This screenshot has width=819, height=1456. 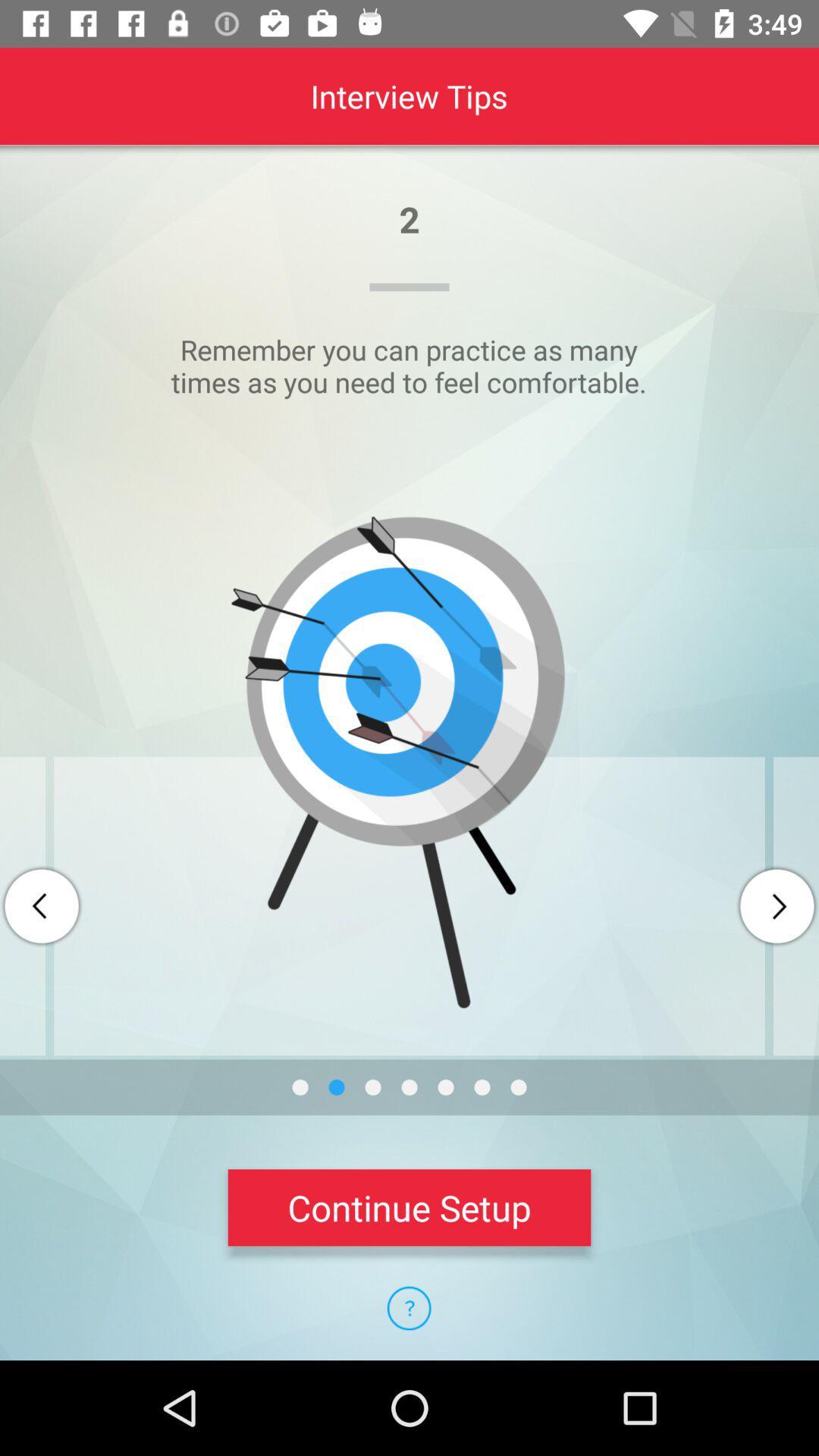 I want to click on the arrow_backward icon, so click(x=41, y=906).